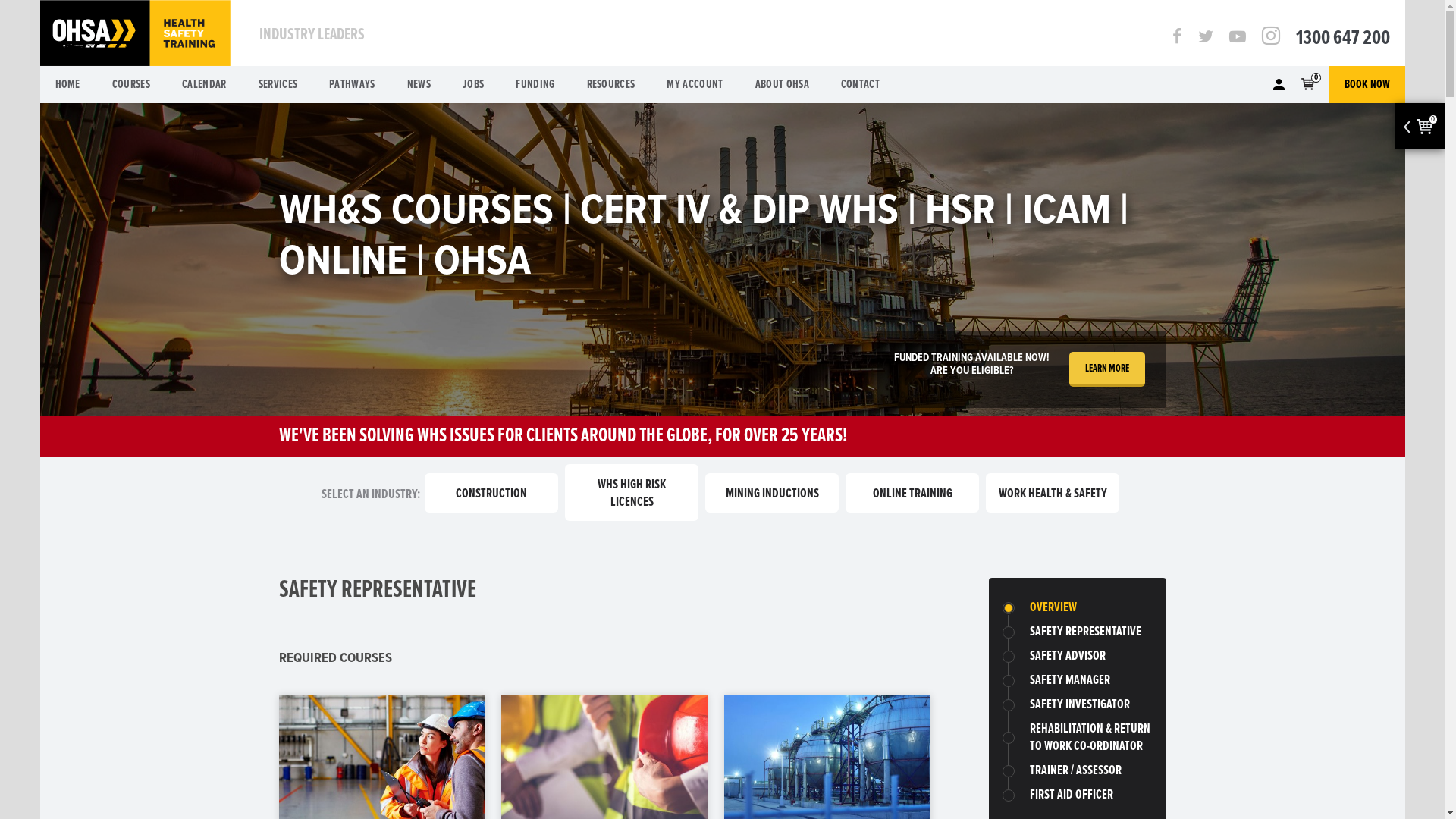 The image size is (1456, 819). Describe the element at coordinates (1070, 794) in the screenshot. I see `'FIRST AID OFFICER'` at that location.